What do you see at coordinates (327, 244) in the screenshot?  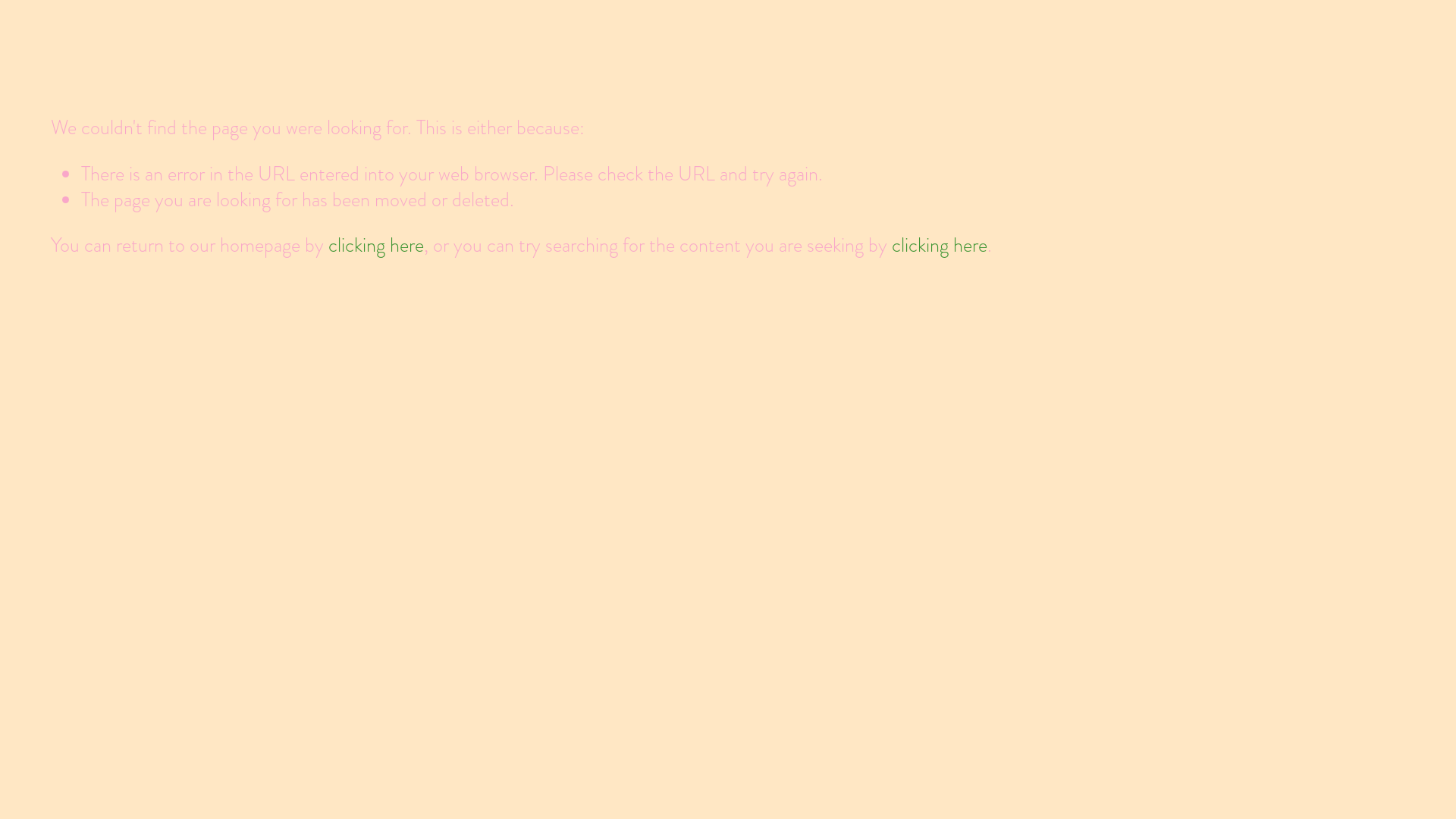 I see `'clicking here'` at bounding box center [327, 244].